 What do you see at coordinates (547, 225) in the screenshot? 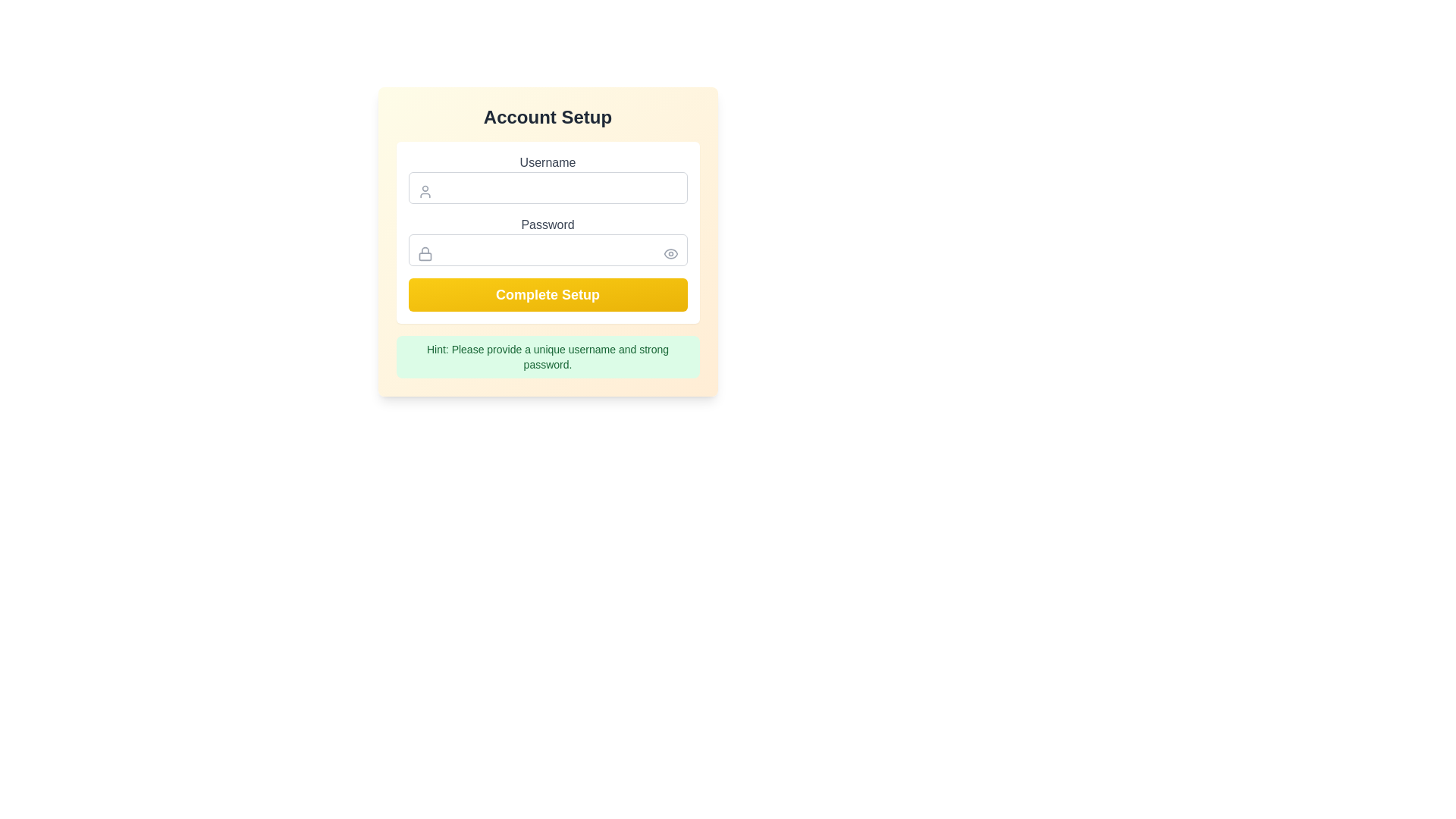
I see `the 'Password' label, which is a medium gray text label positioned above the password input field in the form` at bounding box center [547, 225].